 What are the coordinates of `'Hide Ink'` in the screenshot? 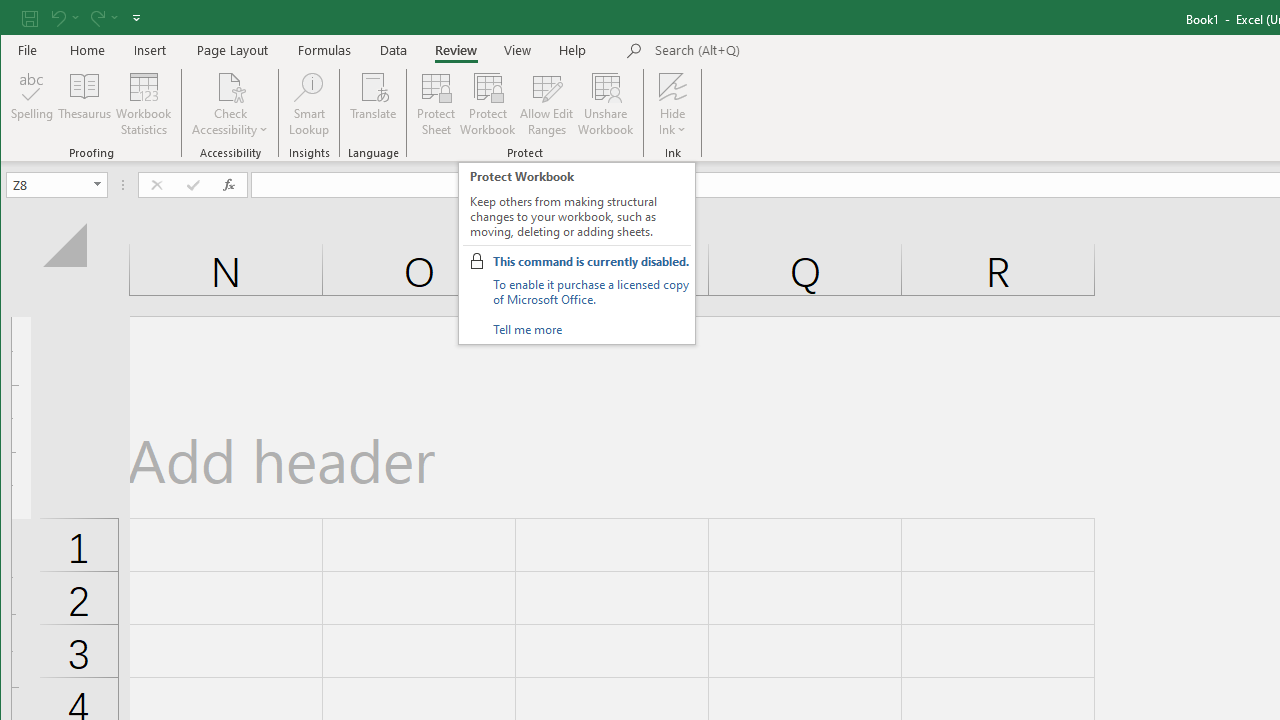 It's located at (672, 85).